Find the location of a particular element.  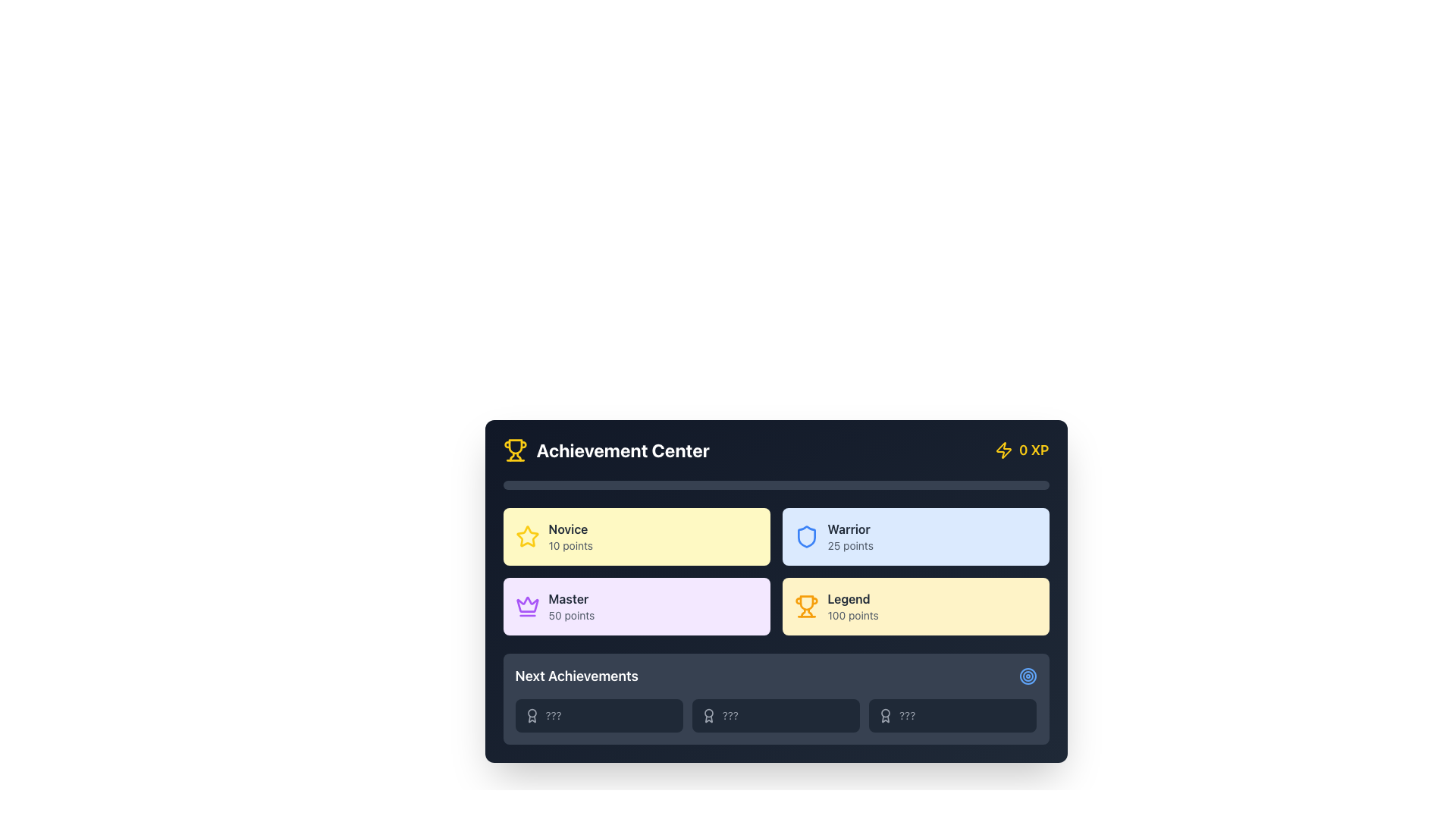

the shield icon with a blue outline and light blue background located in the 'Warrior' achievement section, found in the upper-right quadrant of the 'Achievement Center' panel, adjacent to 'Warrior 25 points' is located at coordinates (805, 536).